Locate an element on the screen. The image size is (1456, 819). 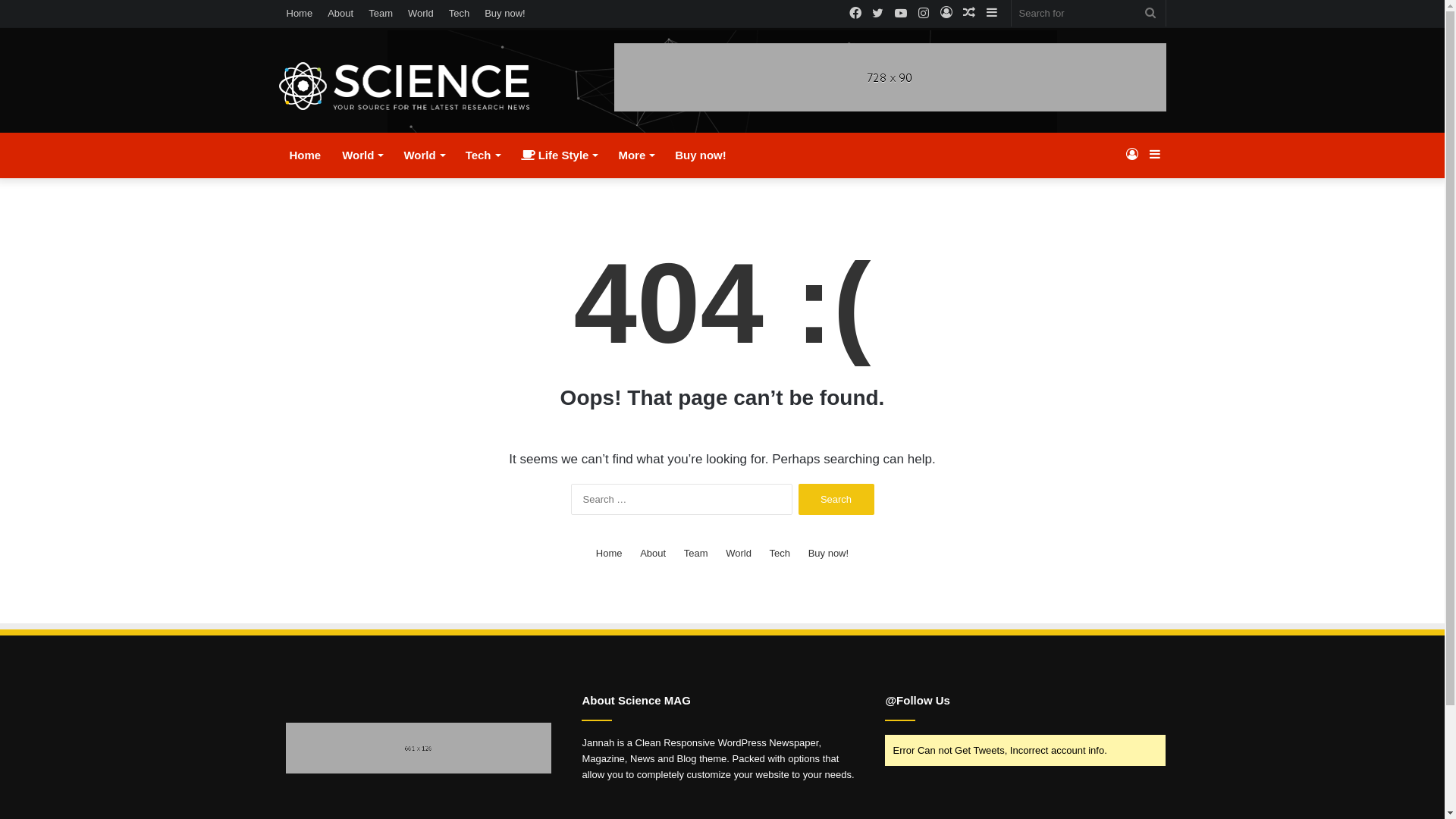
'@Follow Us' is located at coordinates (916, 700).